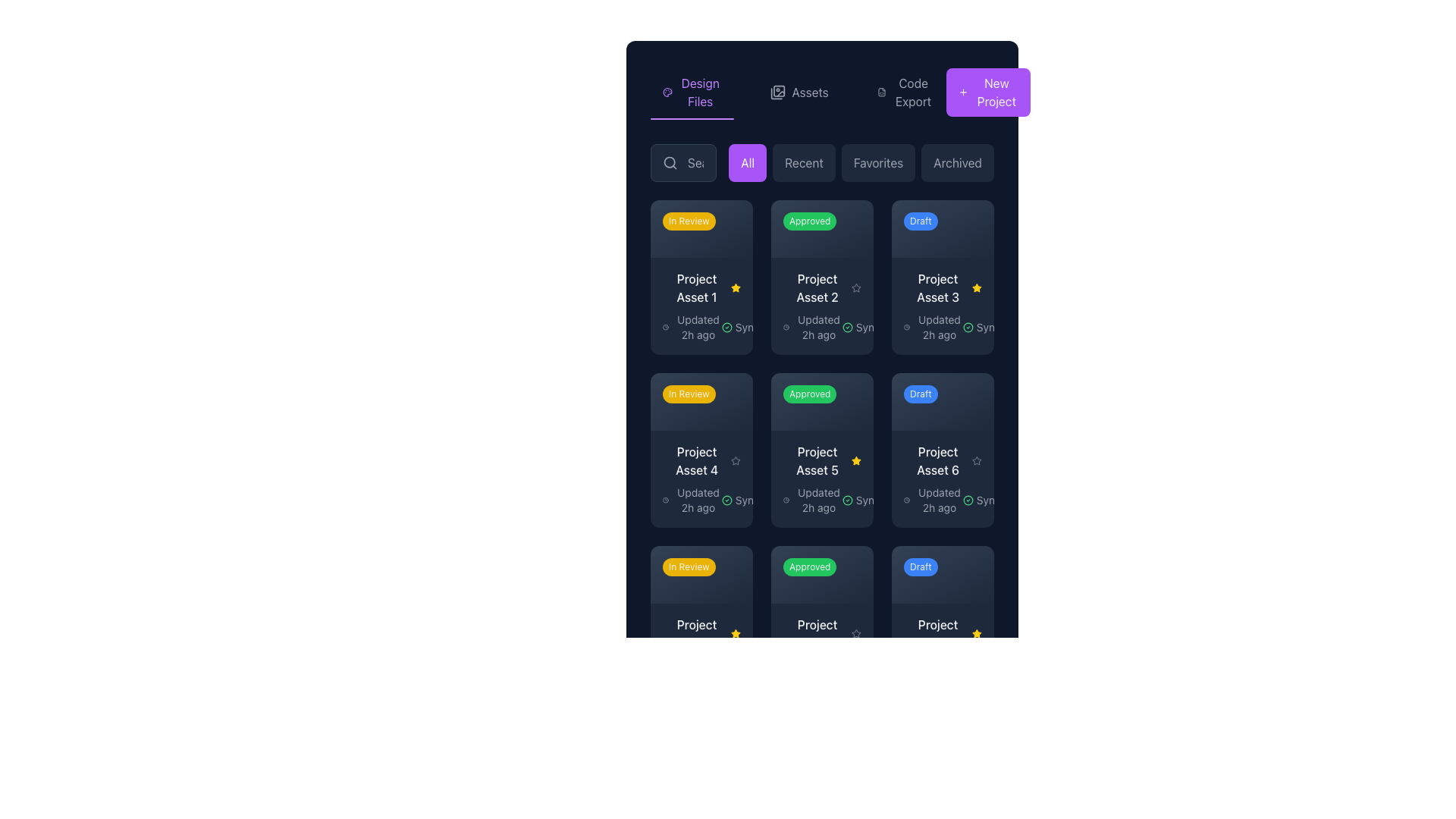 Image resolution: width=1456 pixels, height=819 pixels. What do you see at coordinates (726, 500) in the screenshot?
I see `the small circular icon with a green stroke and a white checkmark inside, located in the 'Synced' area under the 'Project Asset 4' card` at bounding box center [726, 500].